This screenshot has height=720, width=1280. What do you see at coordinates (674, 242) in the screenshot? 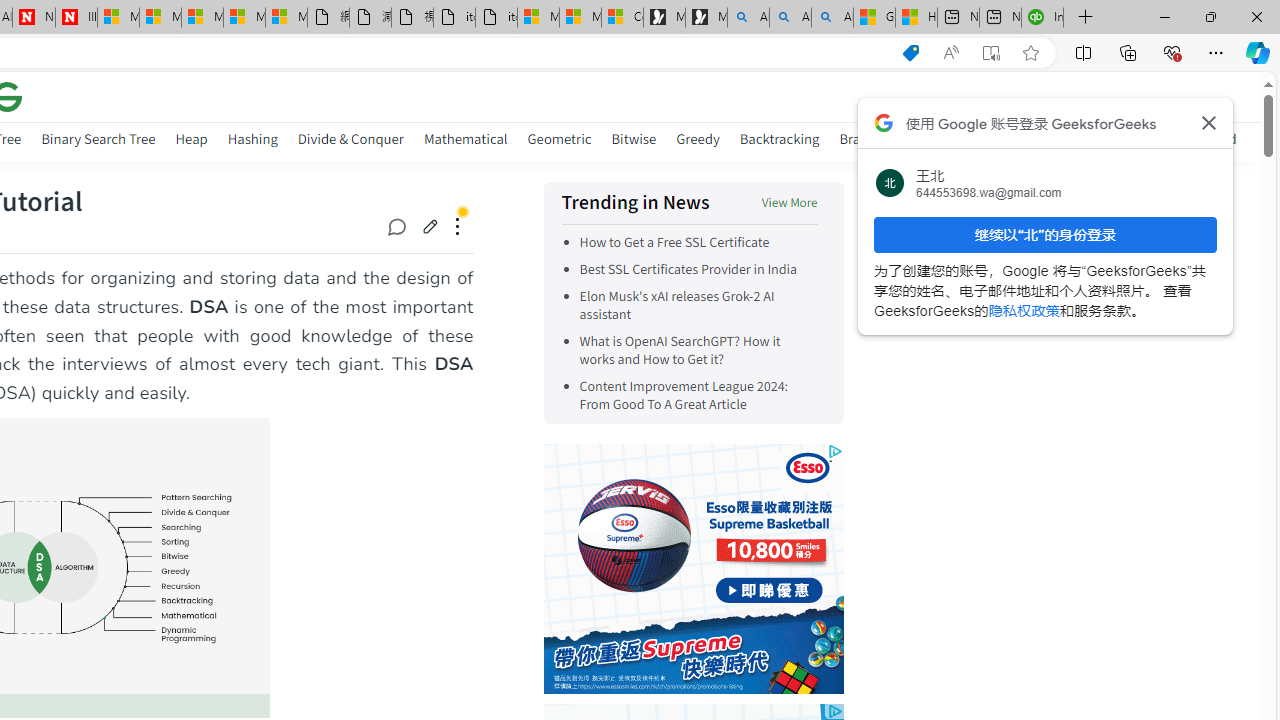
I see `'How to Get a Free SSL Certificate'` at bounding box center [674, 242].